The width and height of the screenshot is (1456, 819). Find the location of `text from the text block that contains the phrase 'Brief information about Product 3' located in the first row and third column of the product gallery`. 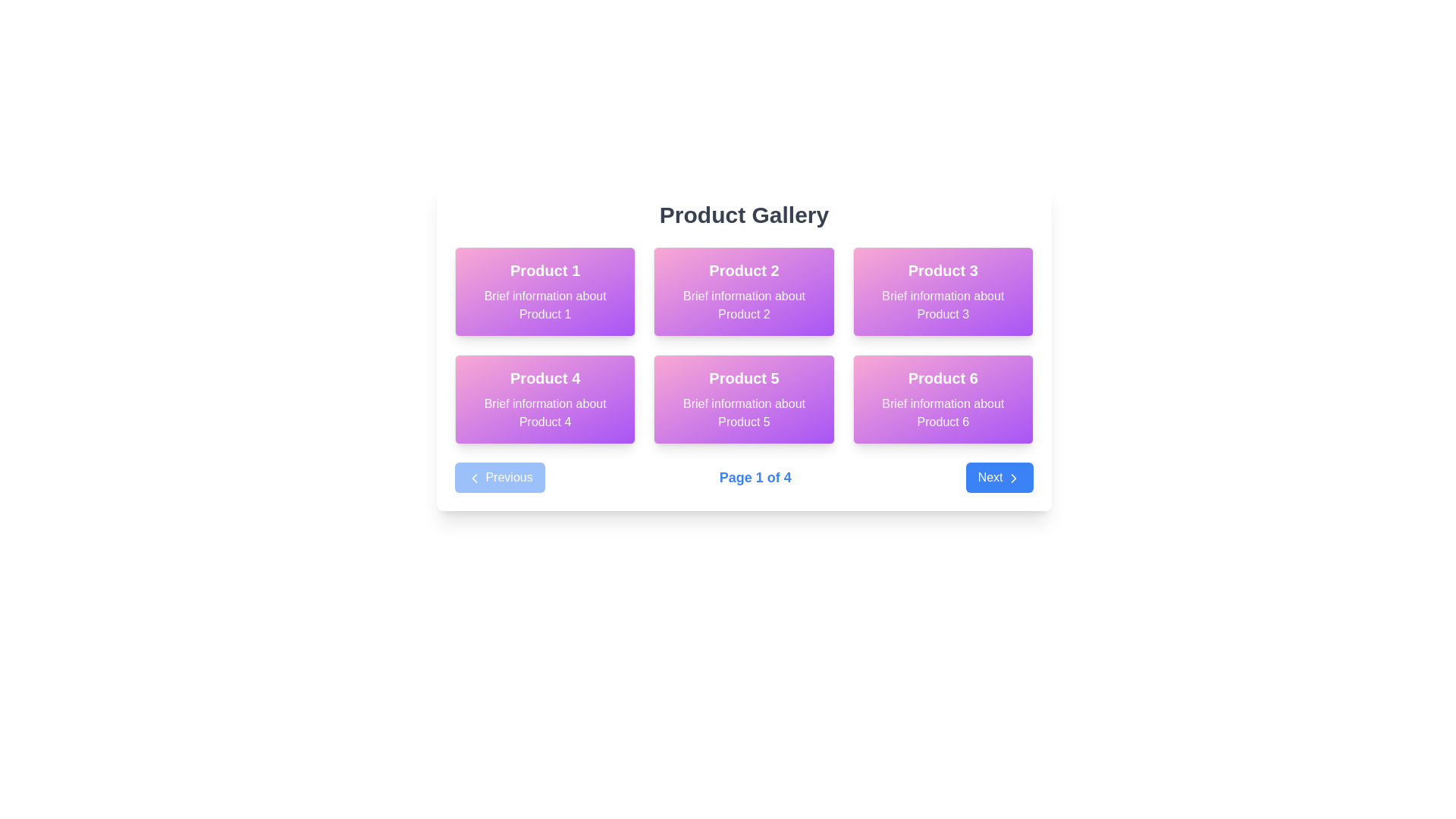

text from the text block that contains the phrase 'Brief information about Product 3' located in the first row and third column of the product gallery is located at coordinates (942, 305).